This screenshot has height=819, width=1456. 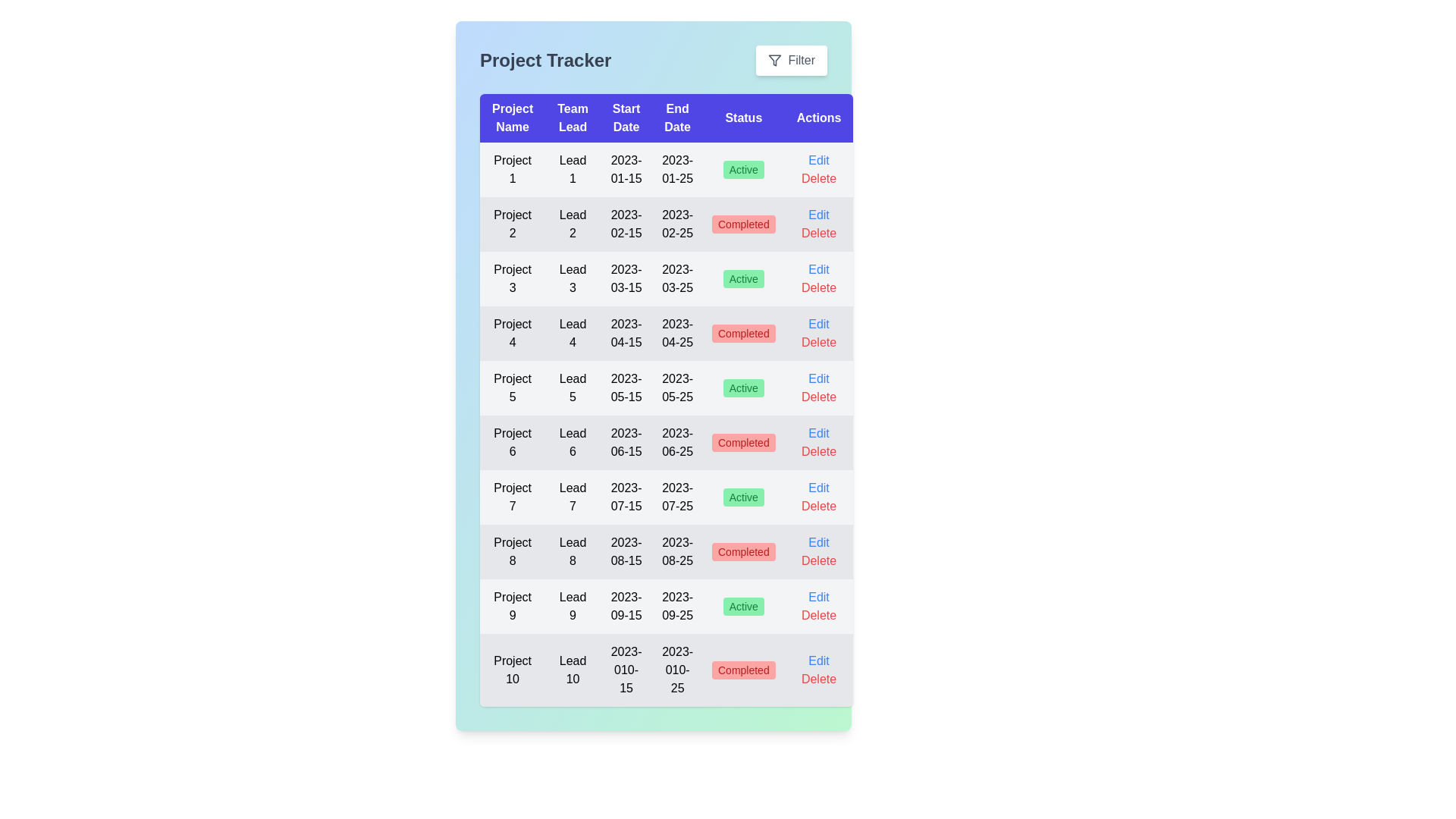 I want to click on the column header corresponding to Project Name to sort by that column, so click(x=513, y=117).